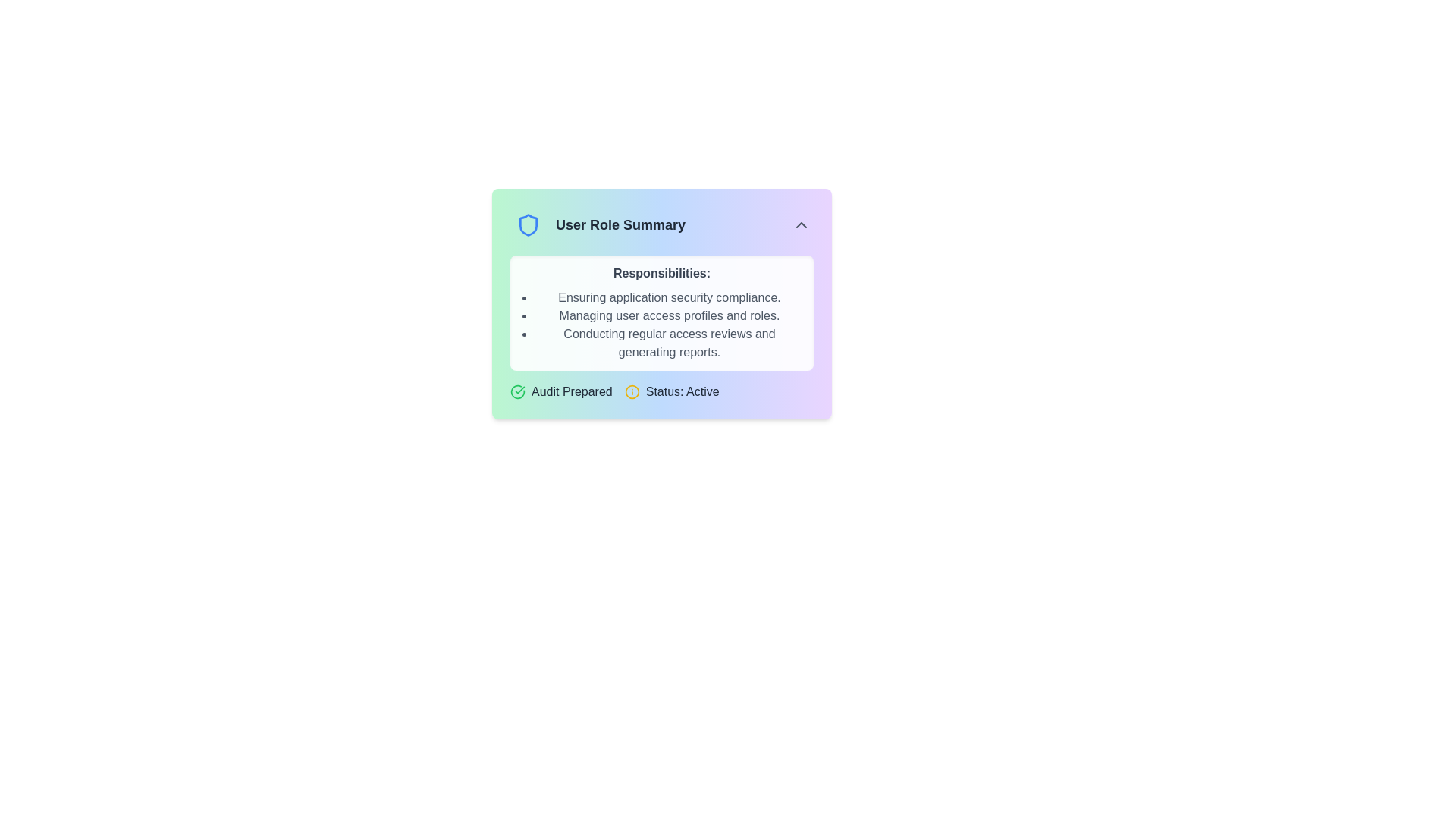  Describe the element at coordinates (669, 298) in the screenshot. I see `the first item in the bullet-pointed list under the 'Responsibilities:' section which informs users about 'Ensuring application security compliance.'` at that location.